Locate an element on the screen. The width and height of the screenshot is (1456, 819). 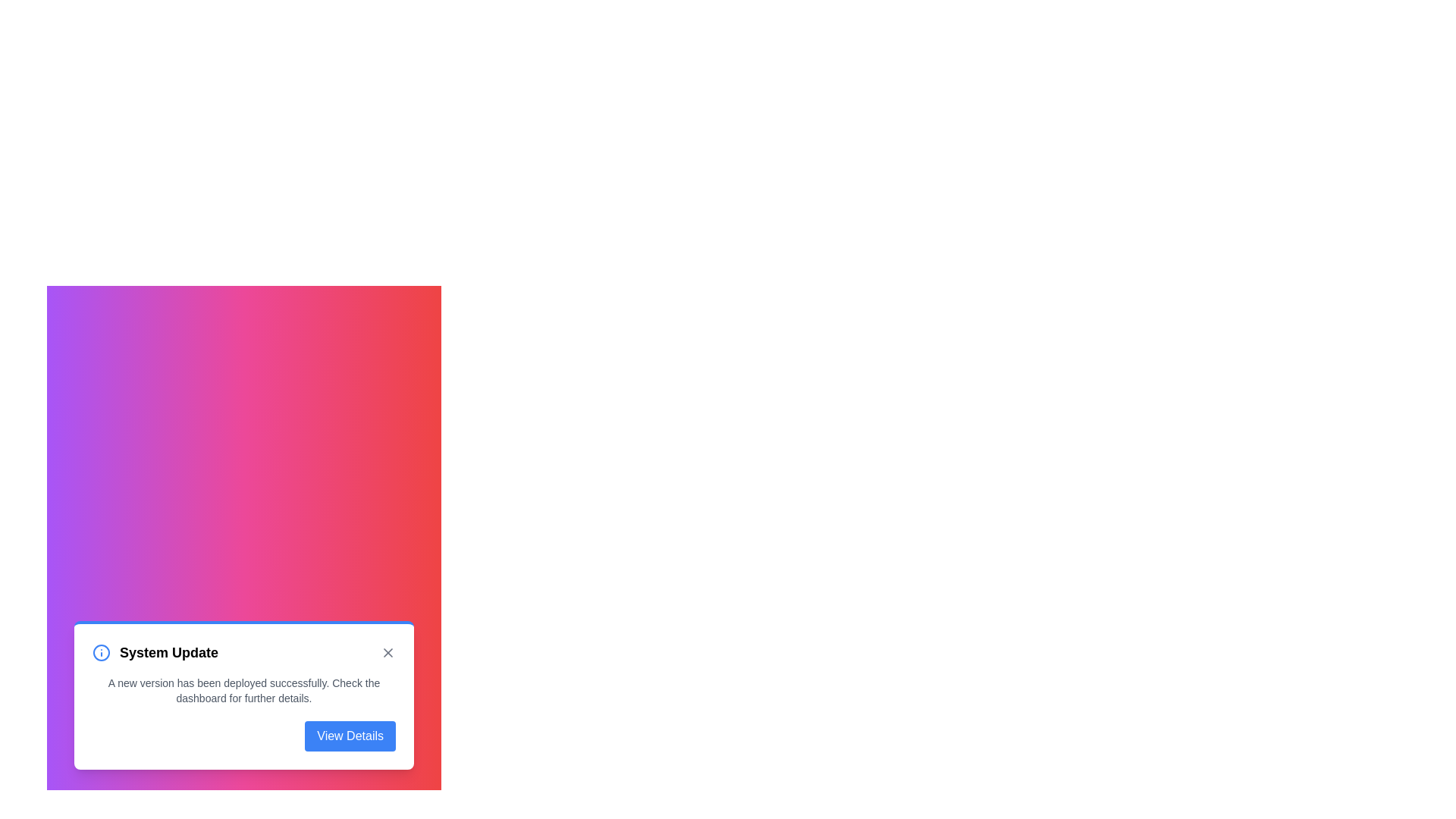
the button located at the bottom-right of the 'System Update' dialog box to observe its hover effect is located at coordinates (350, 736).